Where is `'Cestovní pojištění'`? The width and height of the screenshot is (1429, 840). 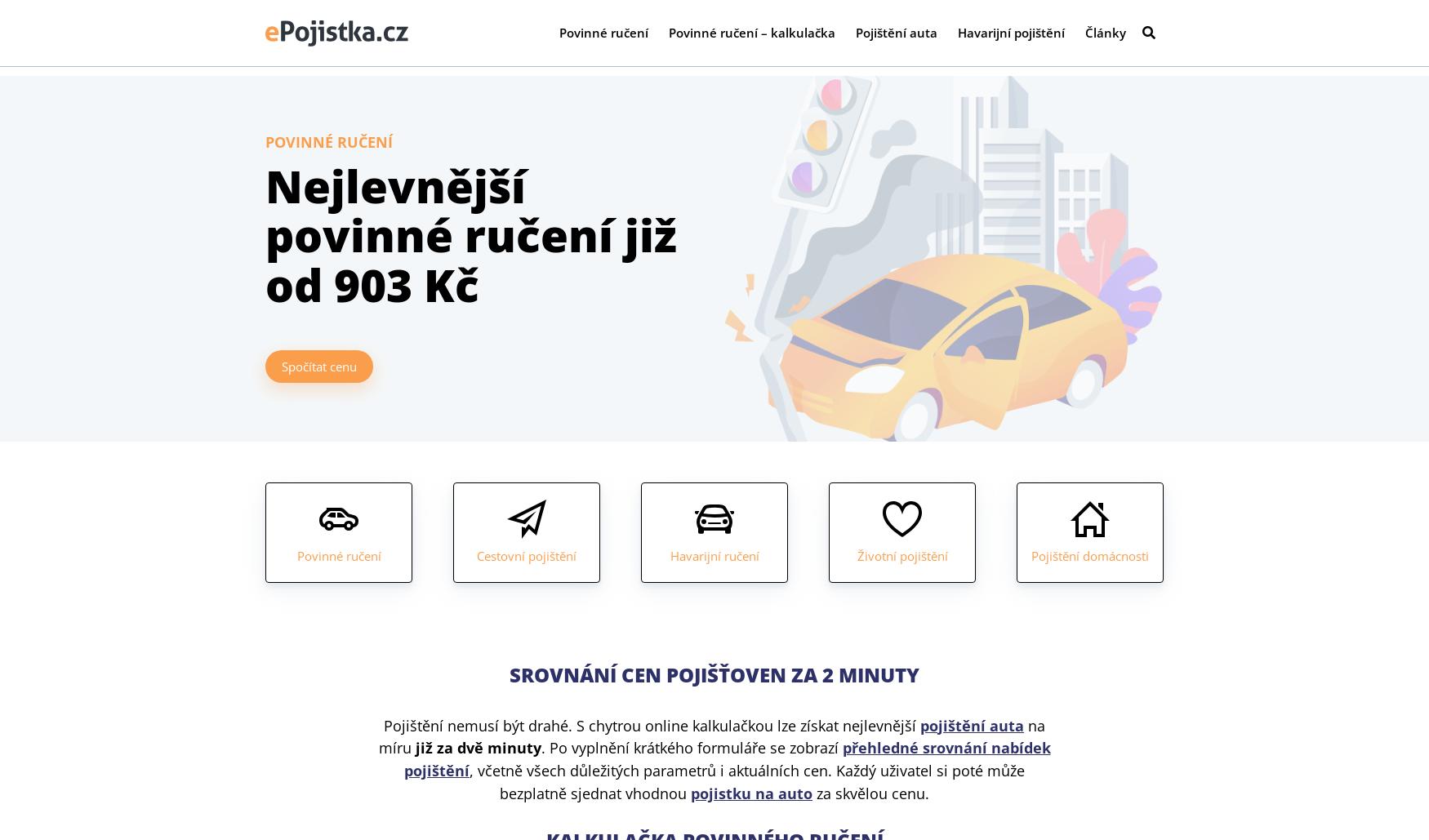 'Cestovní pojištění' is located at coordinates (526, 553).